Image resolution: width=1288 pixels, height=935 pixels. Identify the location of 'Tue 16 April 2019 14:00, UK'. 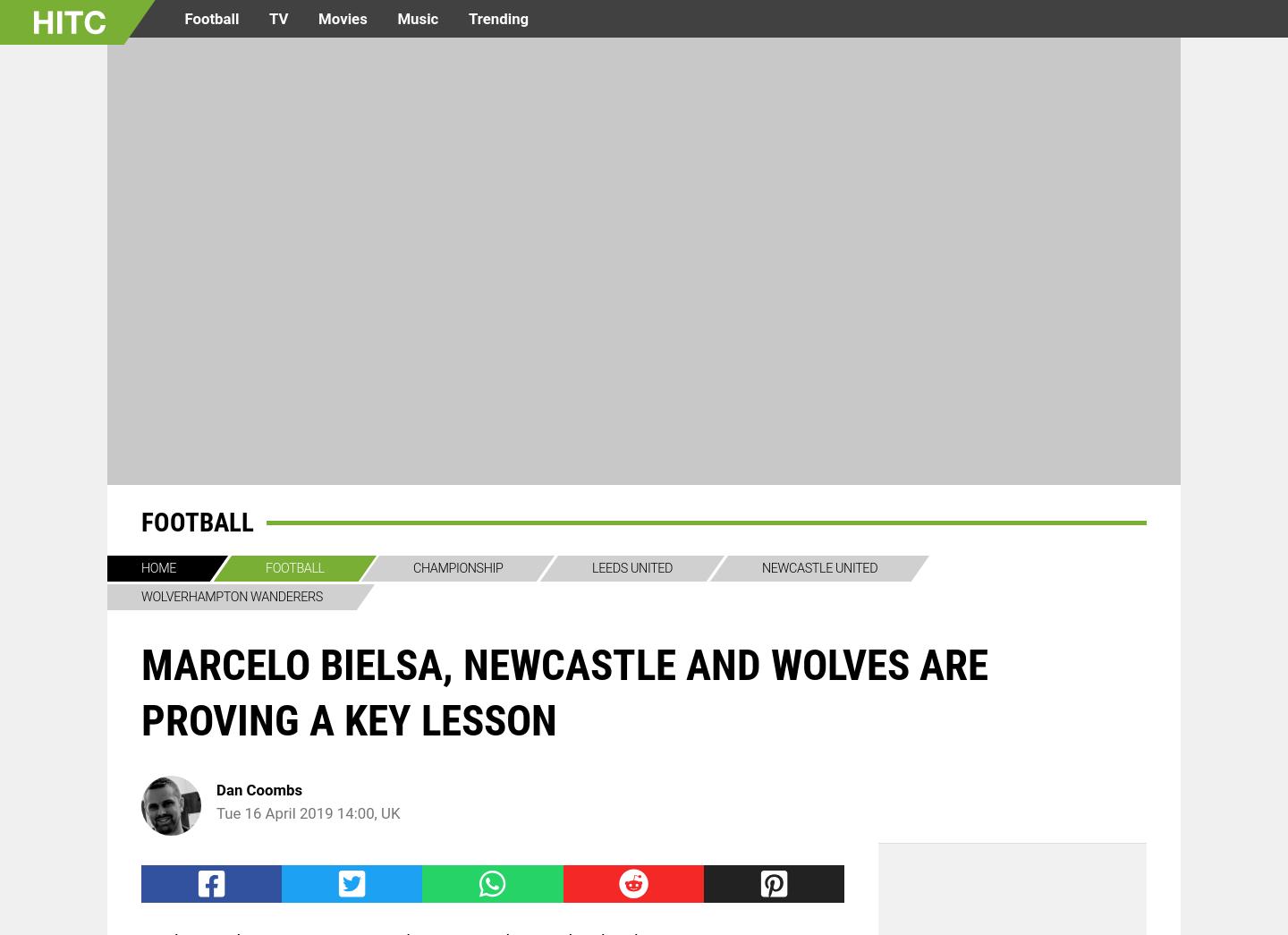
(308, 813).